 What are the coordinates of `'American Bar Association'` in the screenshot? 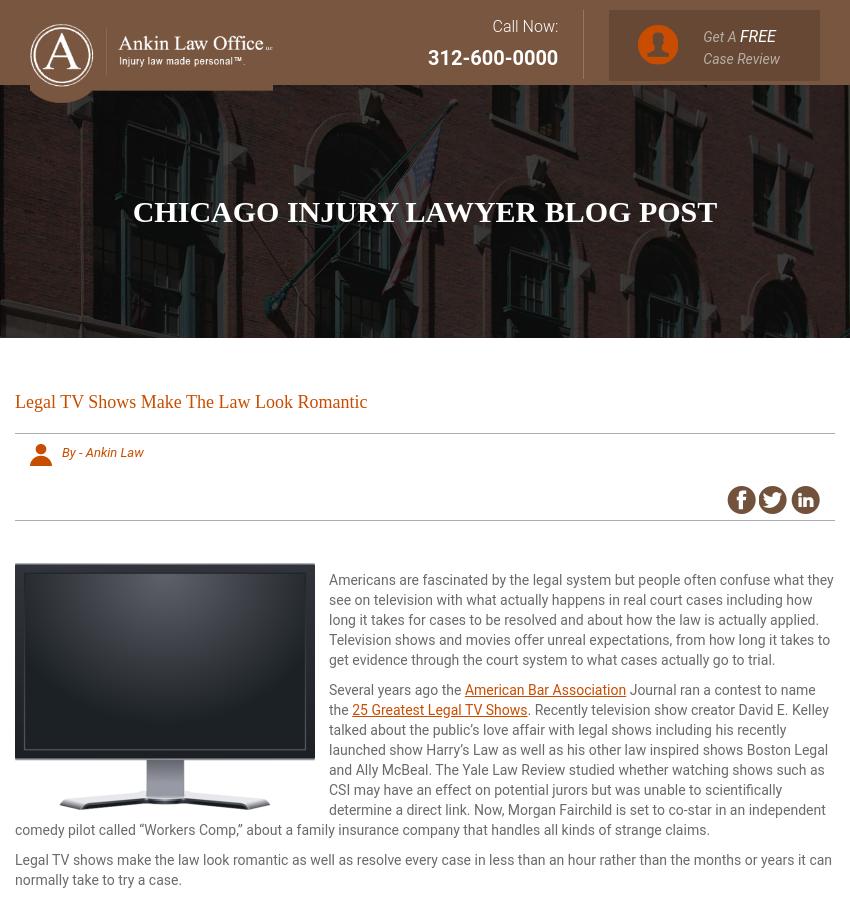 It's located at (544, 689).